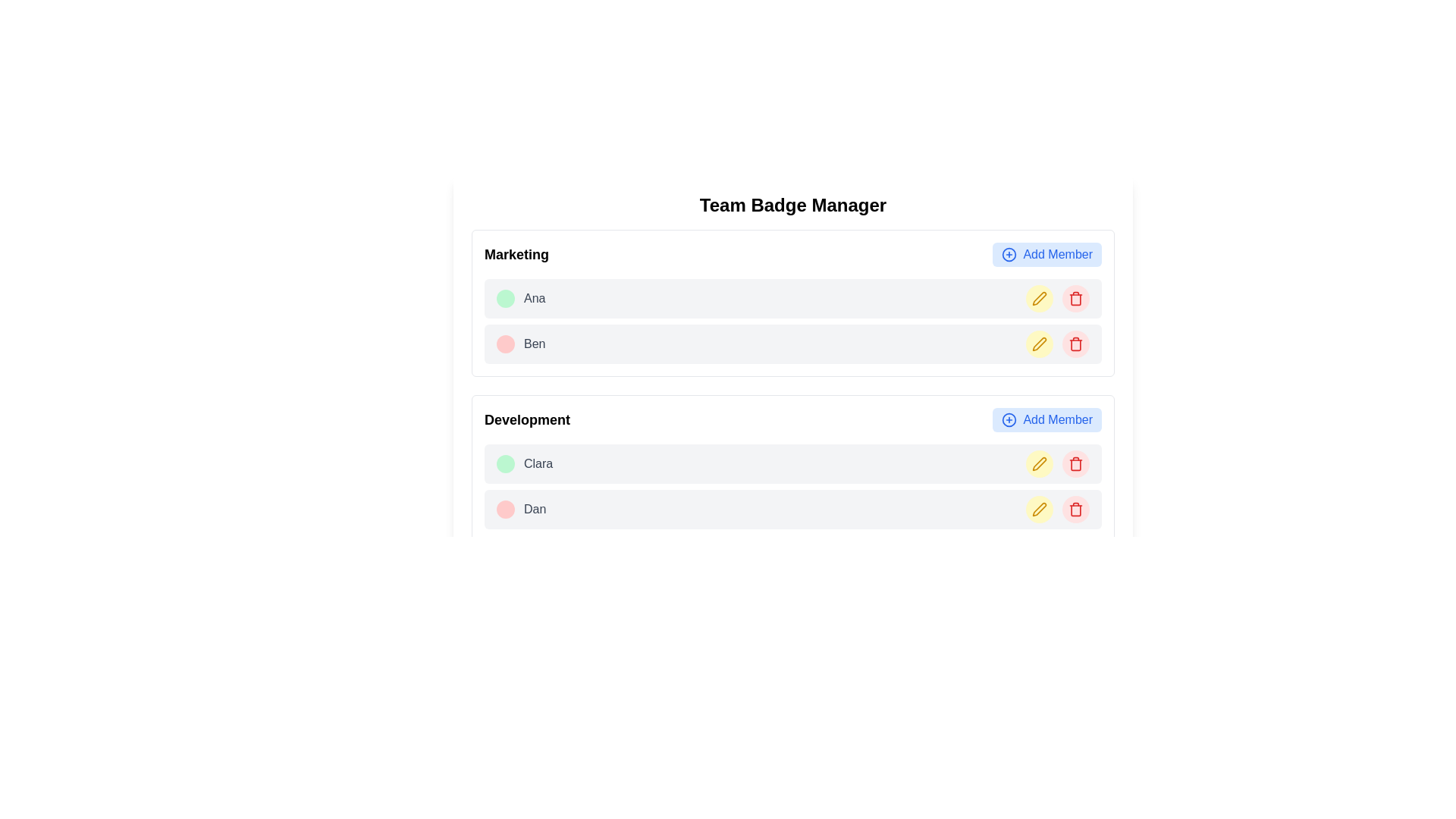 The image size is (1456, 819). Describe the element at coordinates (535, 298) in the screenshot. I see `the non-interactive text label displaying 'Ana' in the 'Marketing' section of the page` at that location.